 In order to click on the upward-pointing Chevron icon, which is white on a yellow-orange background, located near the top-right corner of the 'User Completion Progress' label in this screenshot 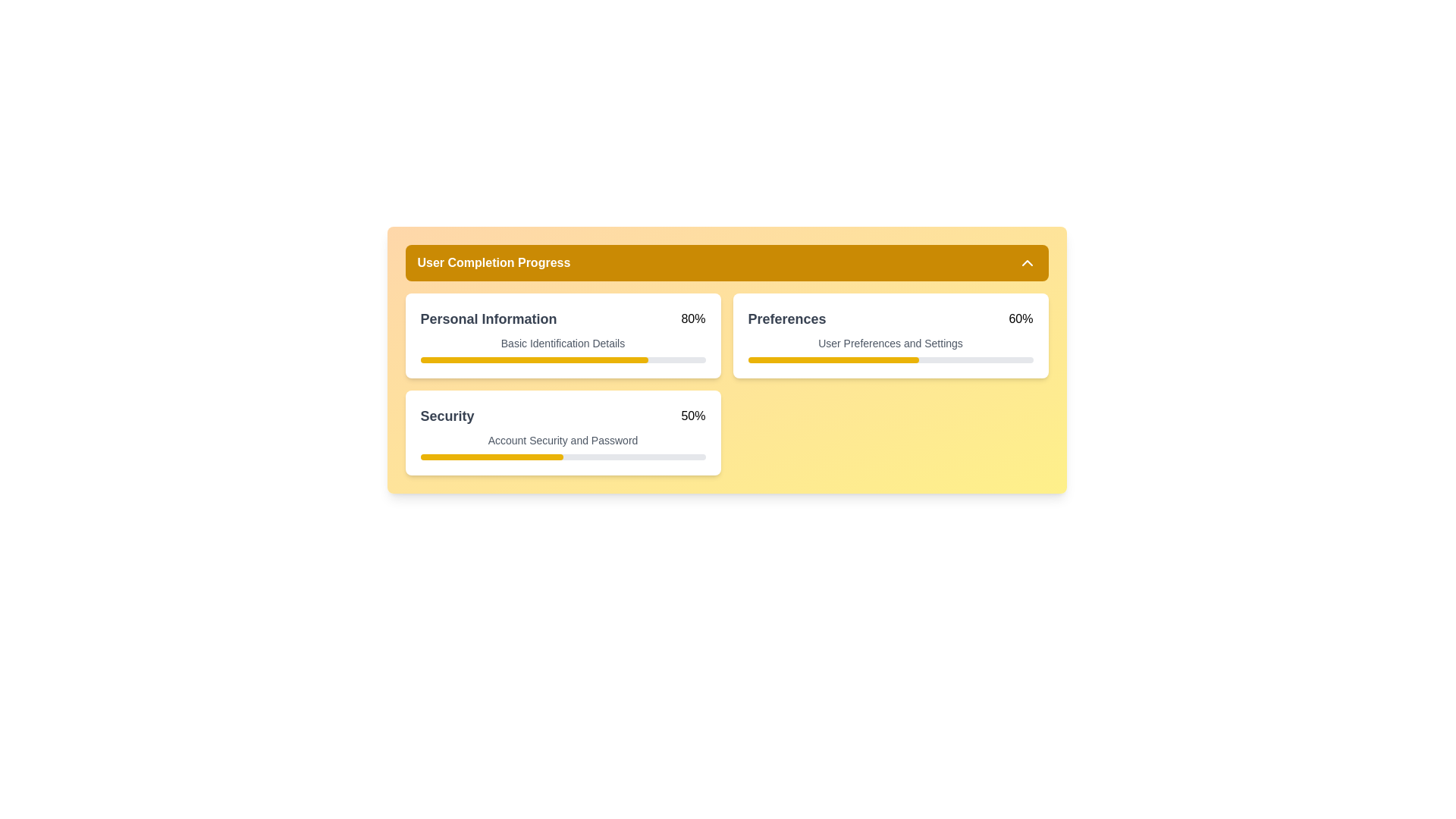, I will do `click(1027, 262)`.